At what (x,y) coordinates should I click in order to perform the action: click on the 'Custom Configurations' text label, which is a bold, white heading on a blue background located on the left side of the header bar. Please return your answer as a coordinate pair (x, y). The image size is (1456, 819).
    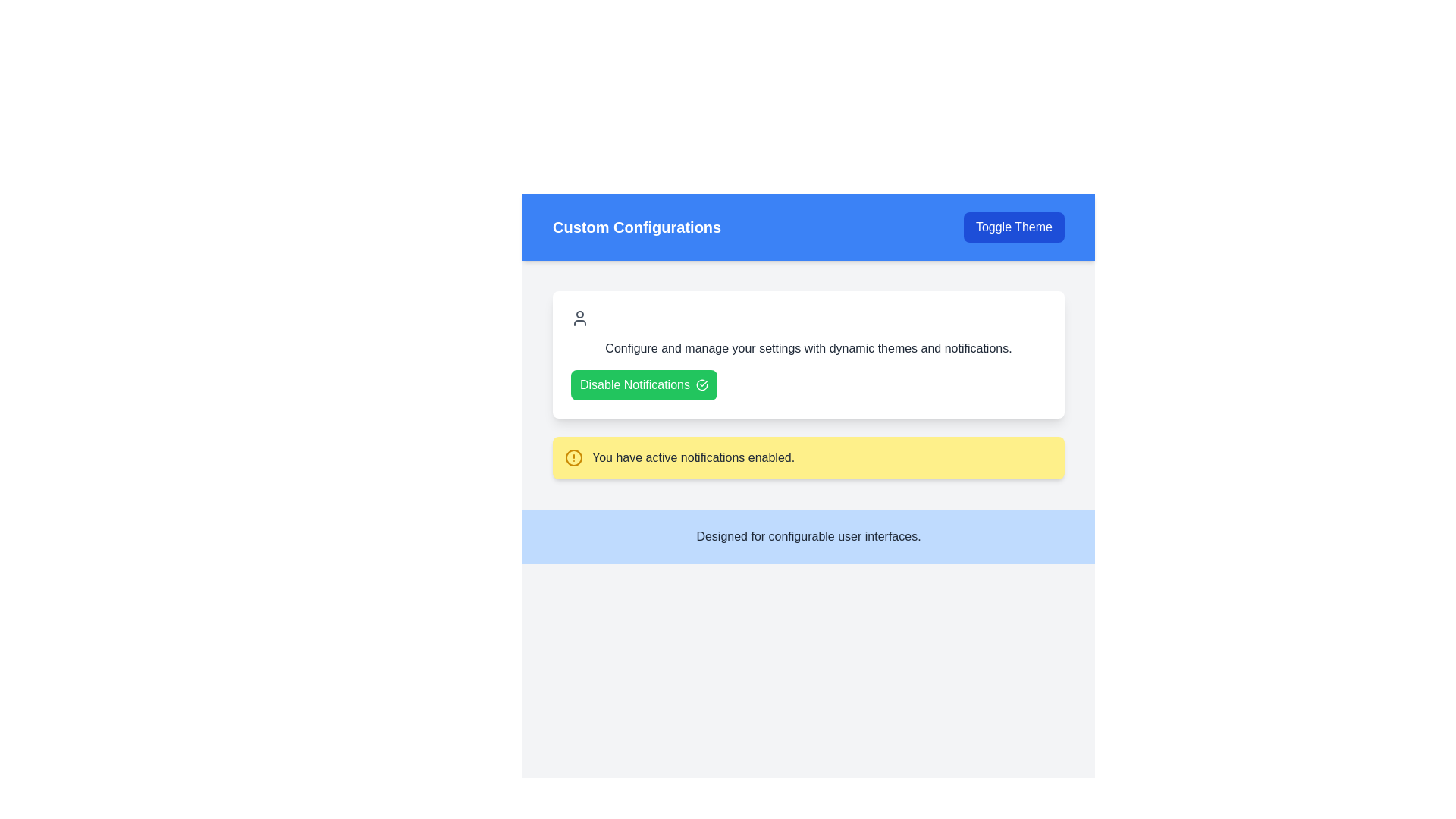
    Looking at the image, I should click on (637, 227).